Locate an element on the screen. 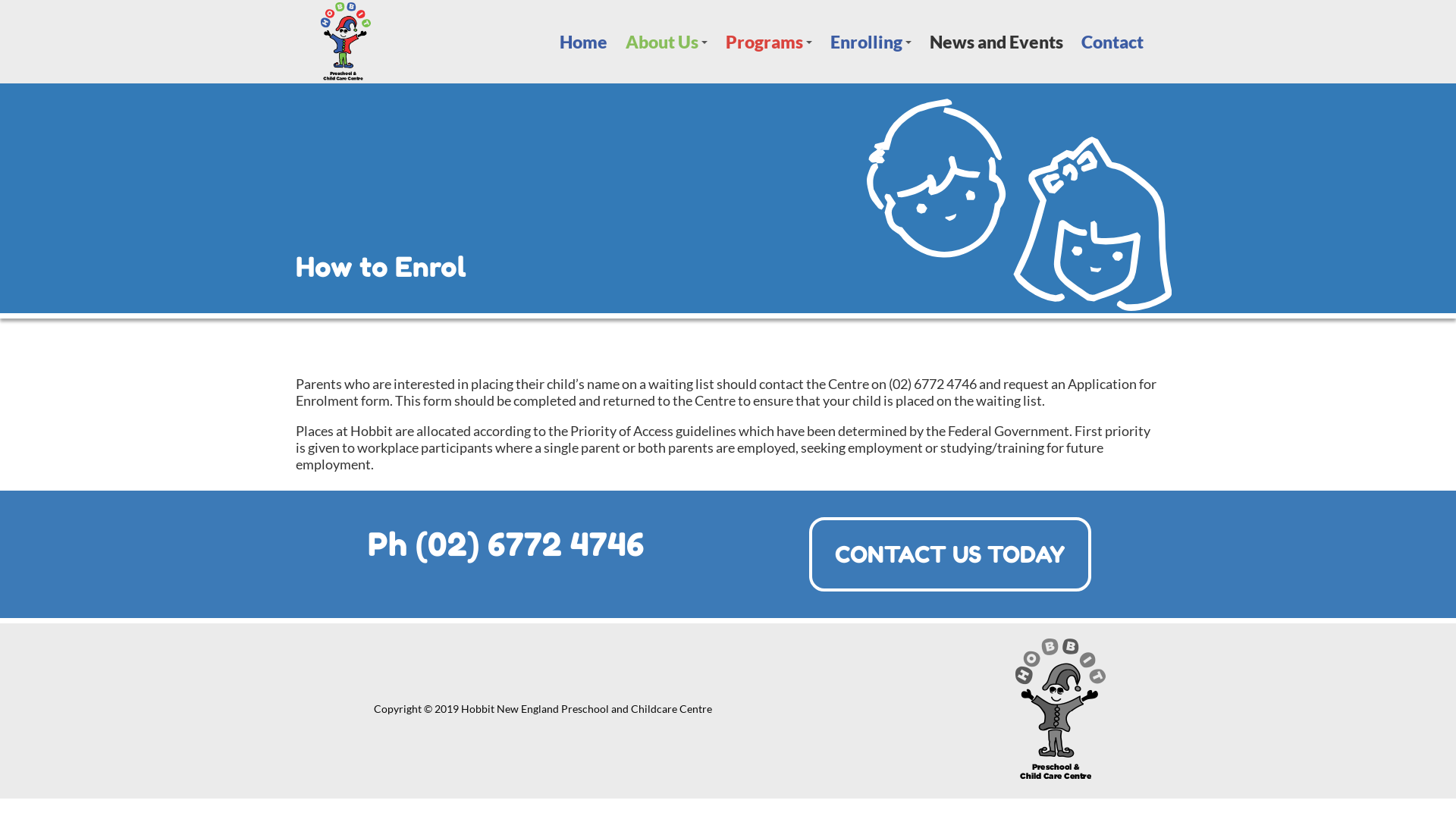 This screenshot has width=1456, height=819. '(02) 6772 4746' is located at coordinates (530, 543).